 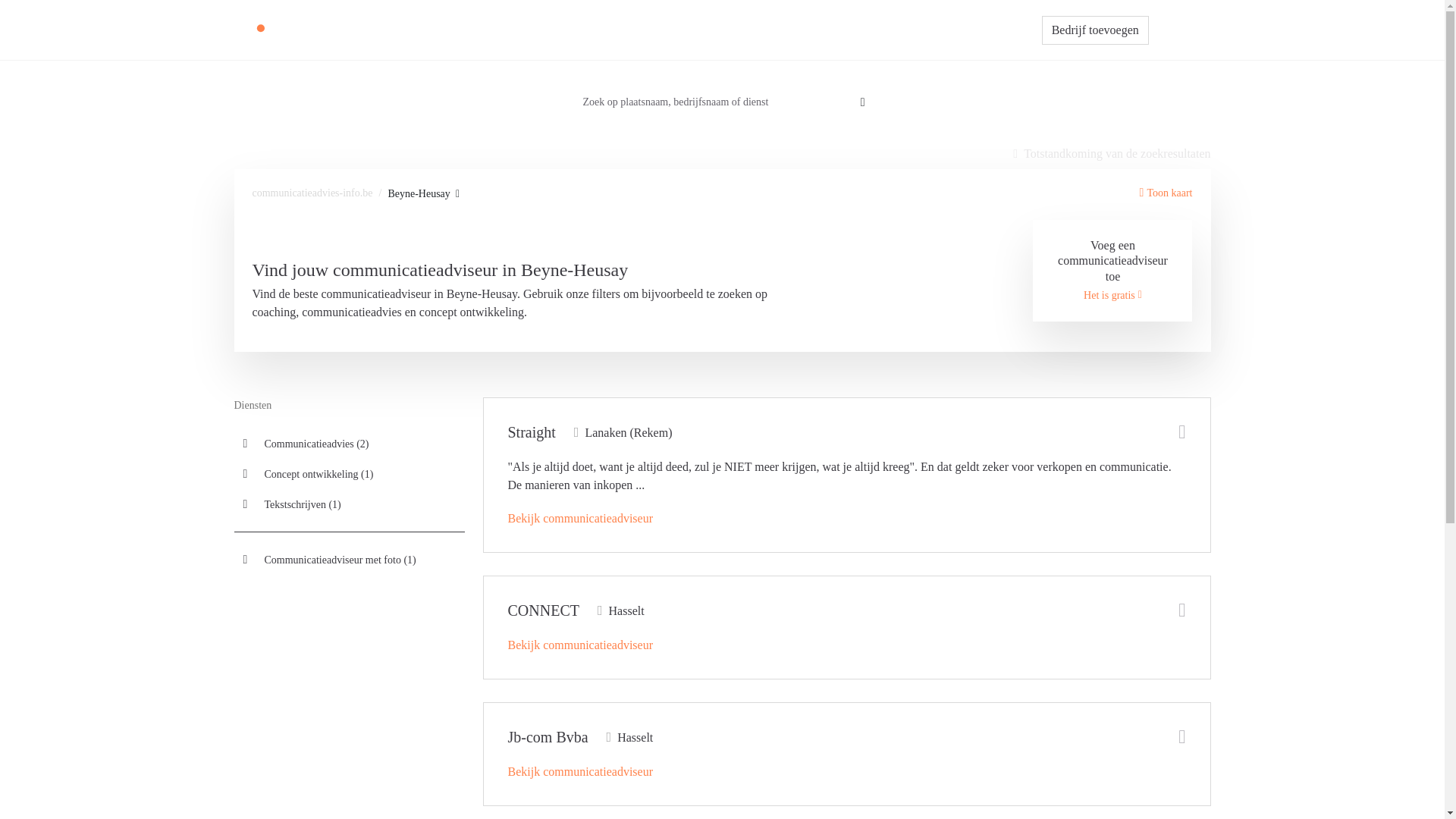 I want to click on 'Jb-com Bvba', so click(x=548, y=736).